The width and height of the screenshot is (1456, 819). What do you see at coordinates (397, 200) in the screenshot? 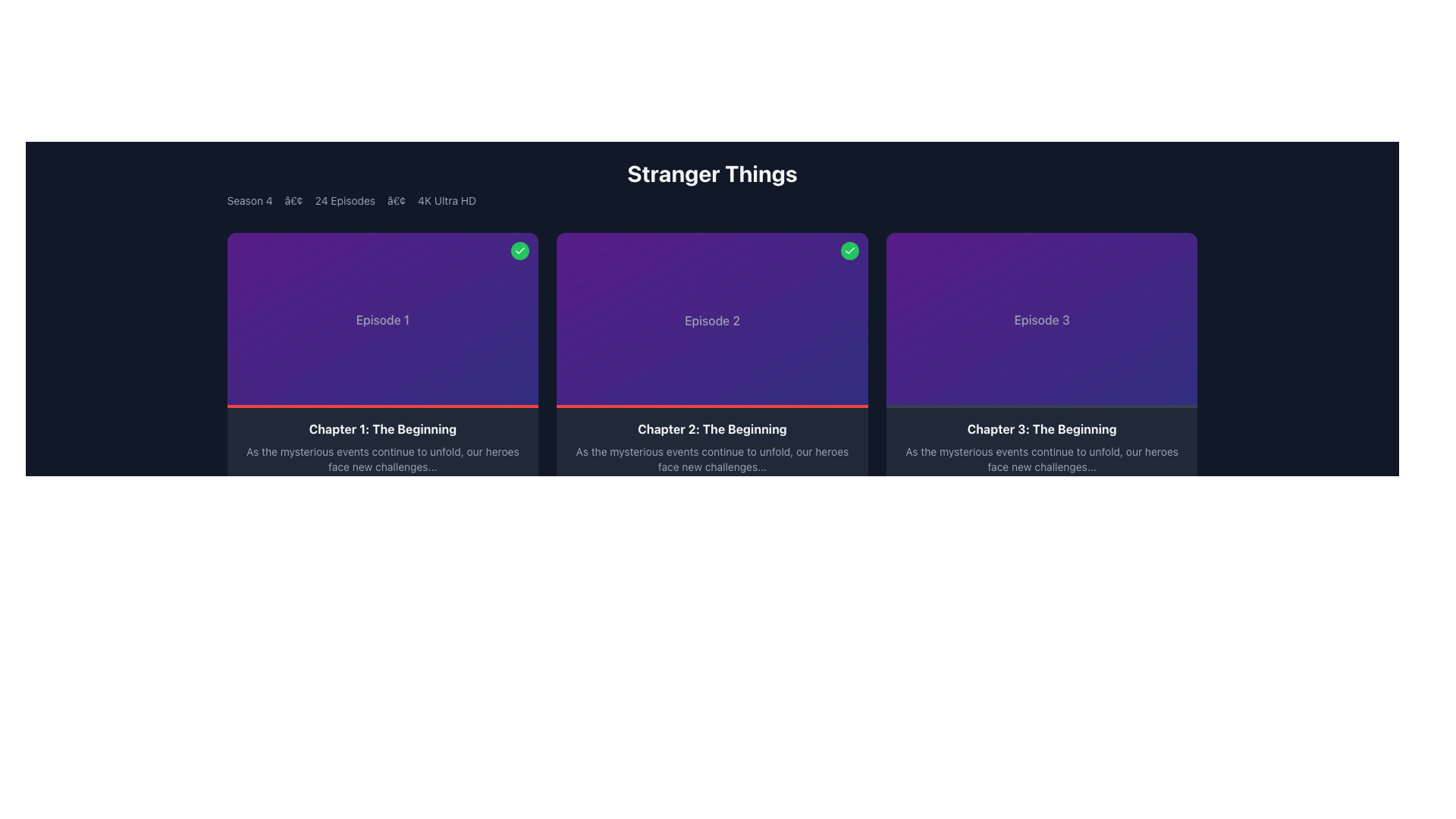
I see `the separator element located between '24 Episodes' and '4K Ultra HD' in the interface` at bounding box center [397, 200].